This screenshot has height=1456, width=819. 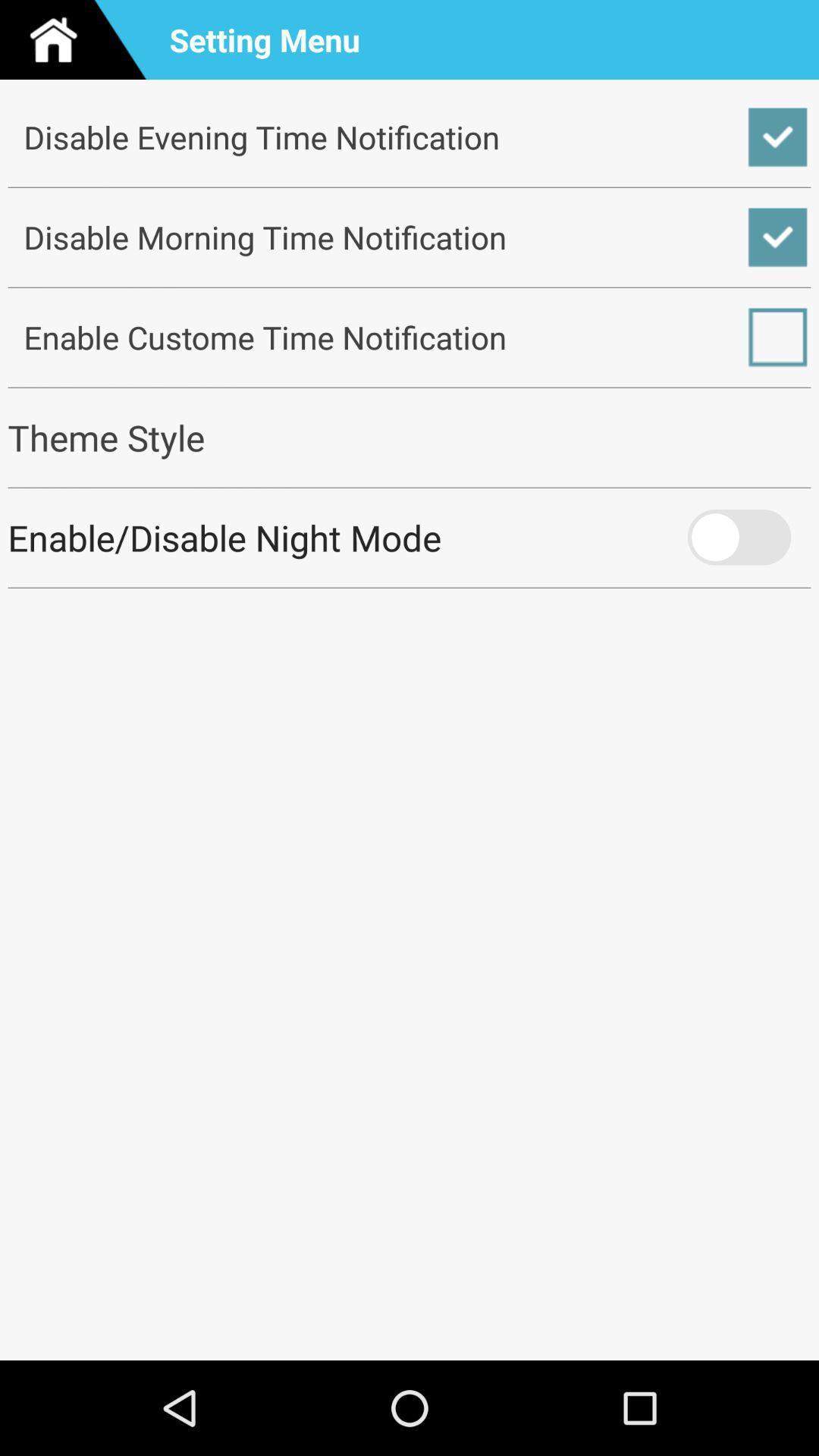 I want to click on app to the left of setting menu icon, so click(x=79, y=39).